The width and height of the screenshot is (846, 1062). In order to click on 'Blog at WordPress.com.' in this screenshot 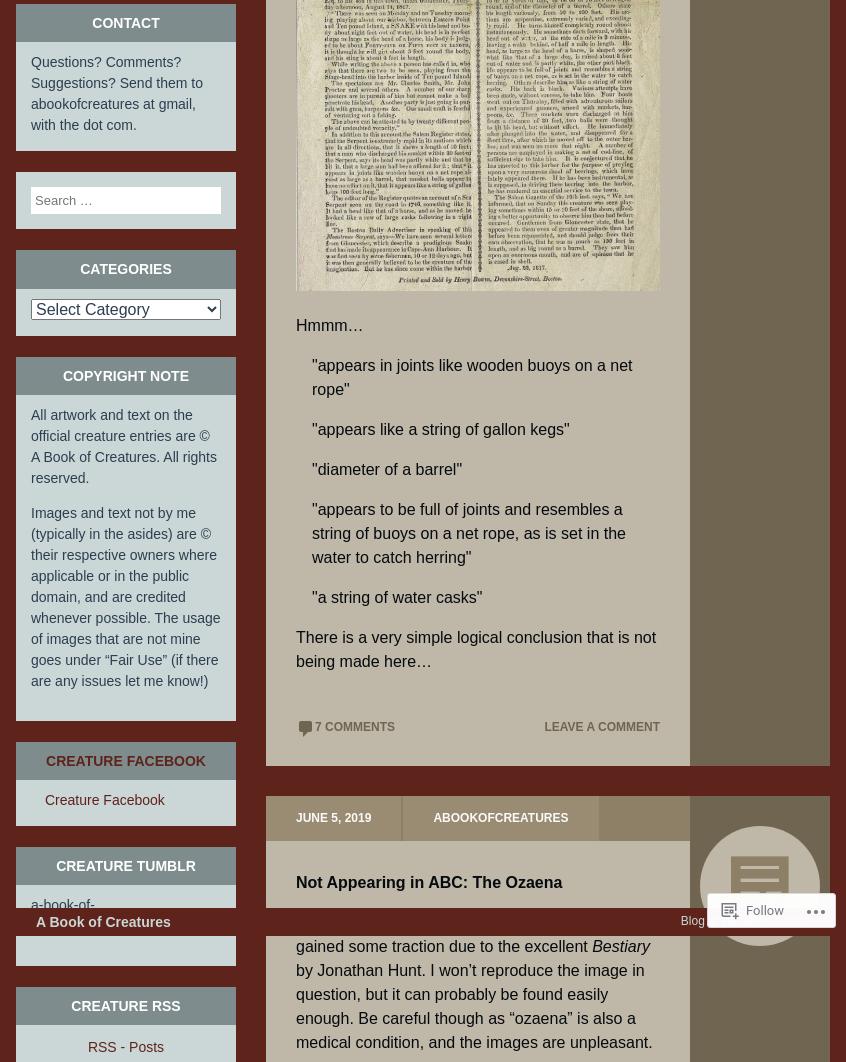, I will do `click(743, 972)`.